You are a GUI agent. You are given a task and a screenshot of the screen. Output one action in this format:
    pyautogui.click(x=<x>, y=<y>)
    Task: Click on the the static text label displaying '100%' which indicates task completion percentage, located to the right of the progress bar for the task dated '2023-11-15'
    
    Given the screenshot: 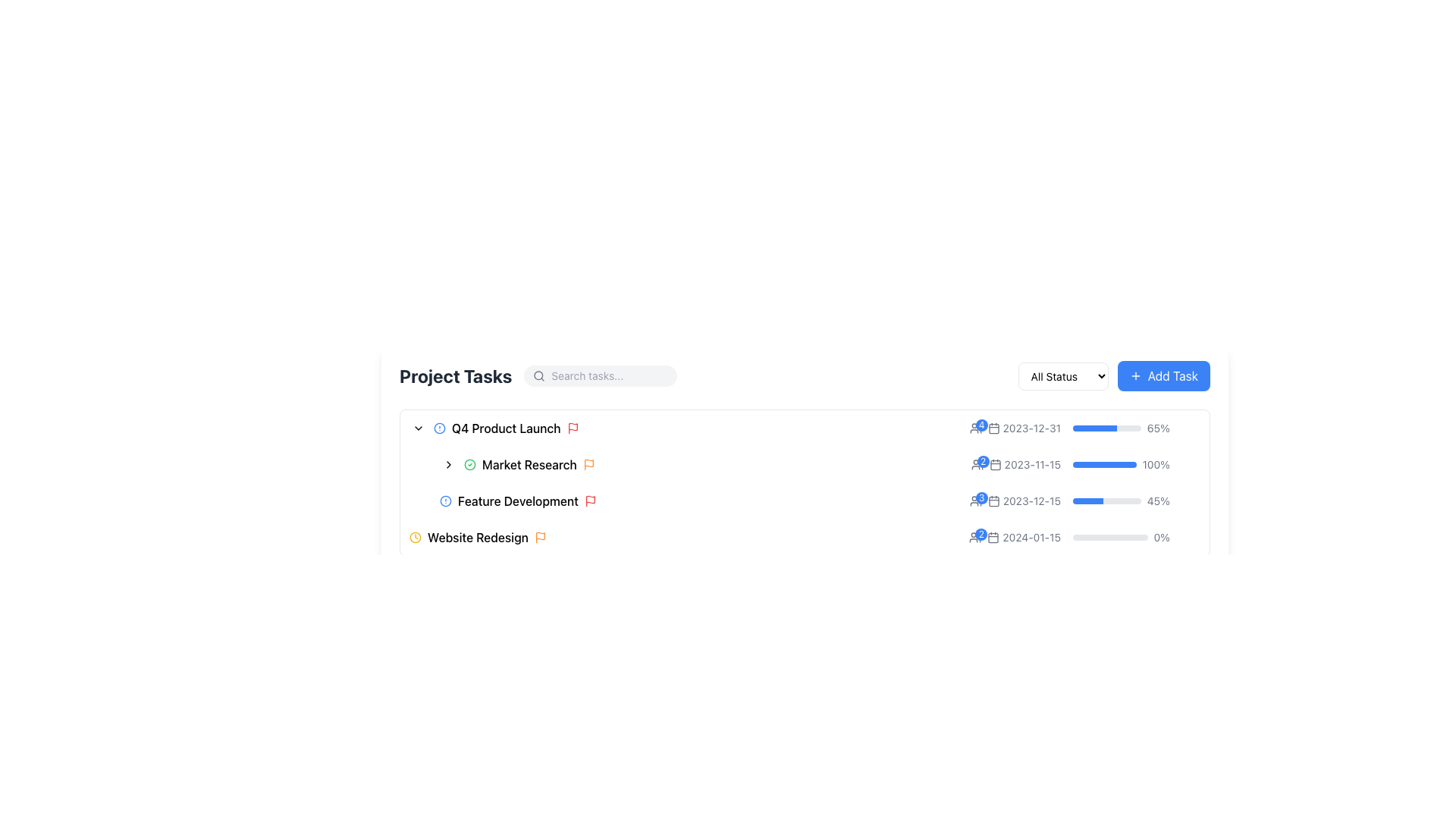 What is the action you would take?
    pyautogui.click(x=1155, y=464)
    